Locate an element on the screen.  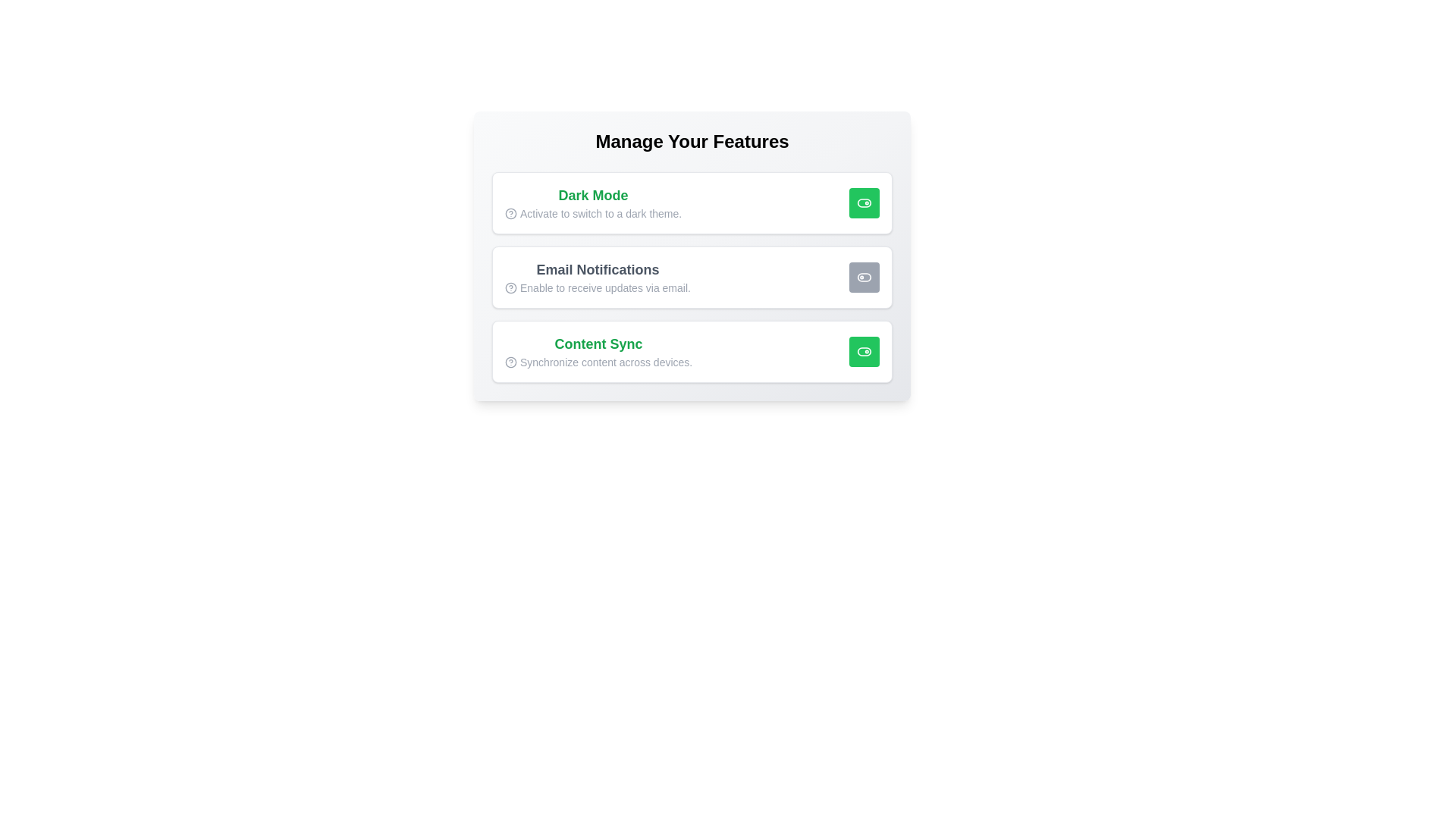
the toggle button for the feature 'Dark Mode' to change its state is located at coordinates (864, 202).